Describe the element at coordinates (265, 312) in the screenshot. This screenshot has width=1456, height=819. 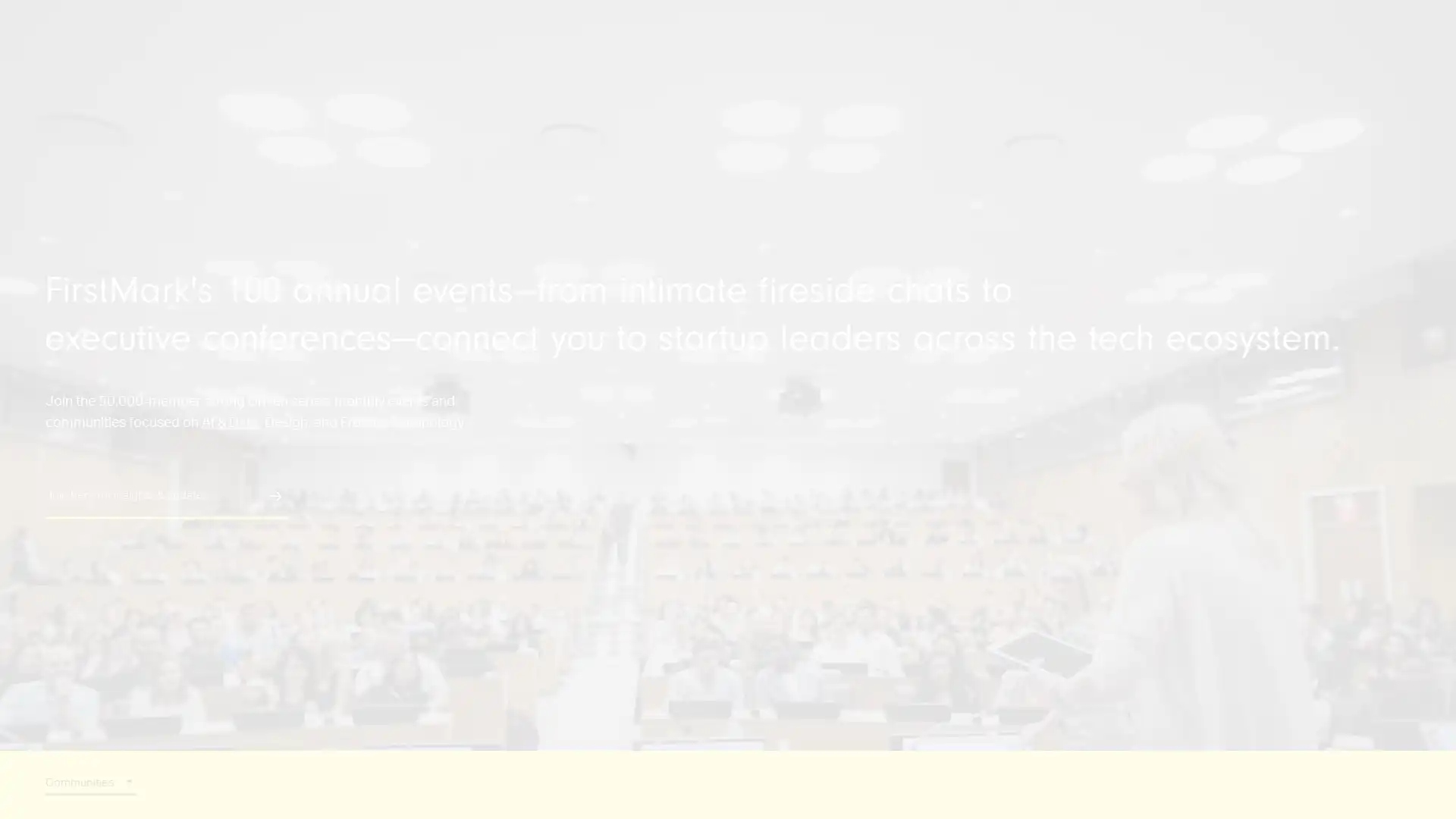
I see `Subscribe` at that location.